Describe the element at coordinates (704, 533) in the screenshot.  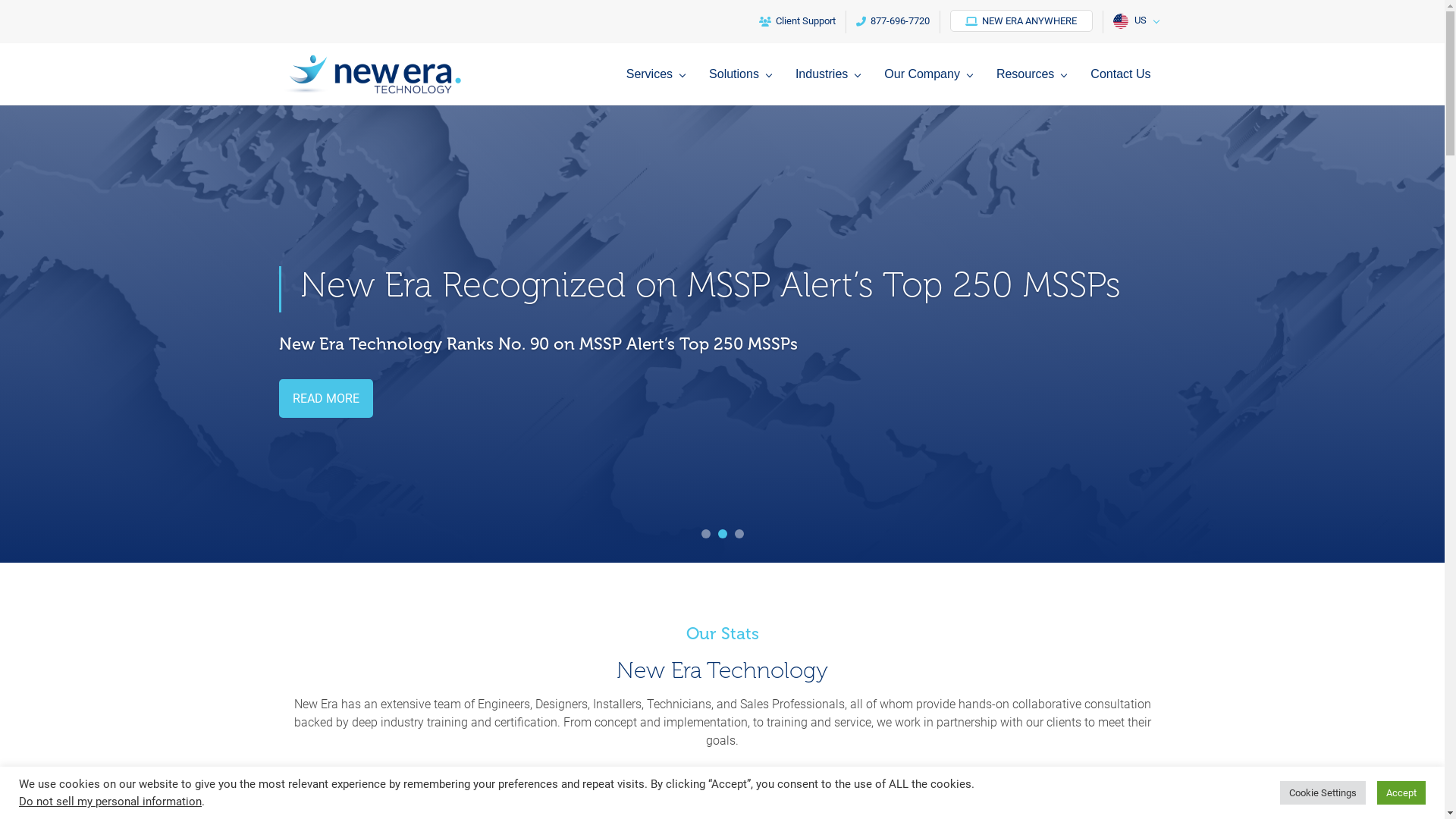
I see `'1'` at that location.